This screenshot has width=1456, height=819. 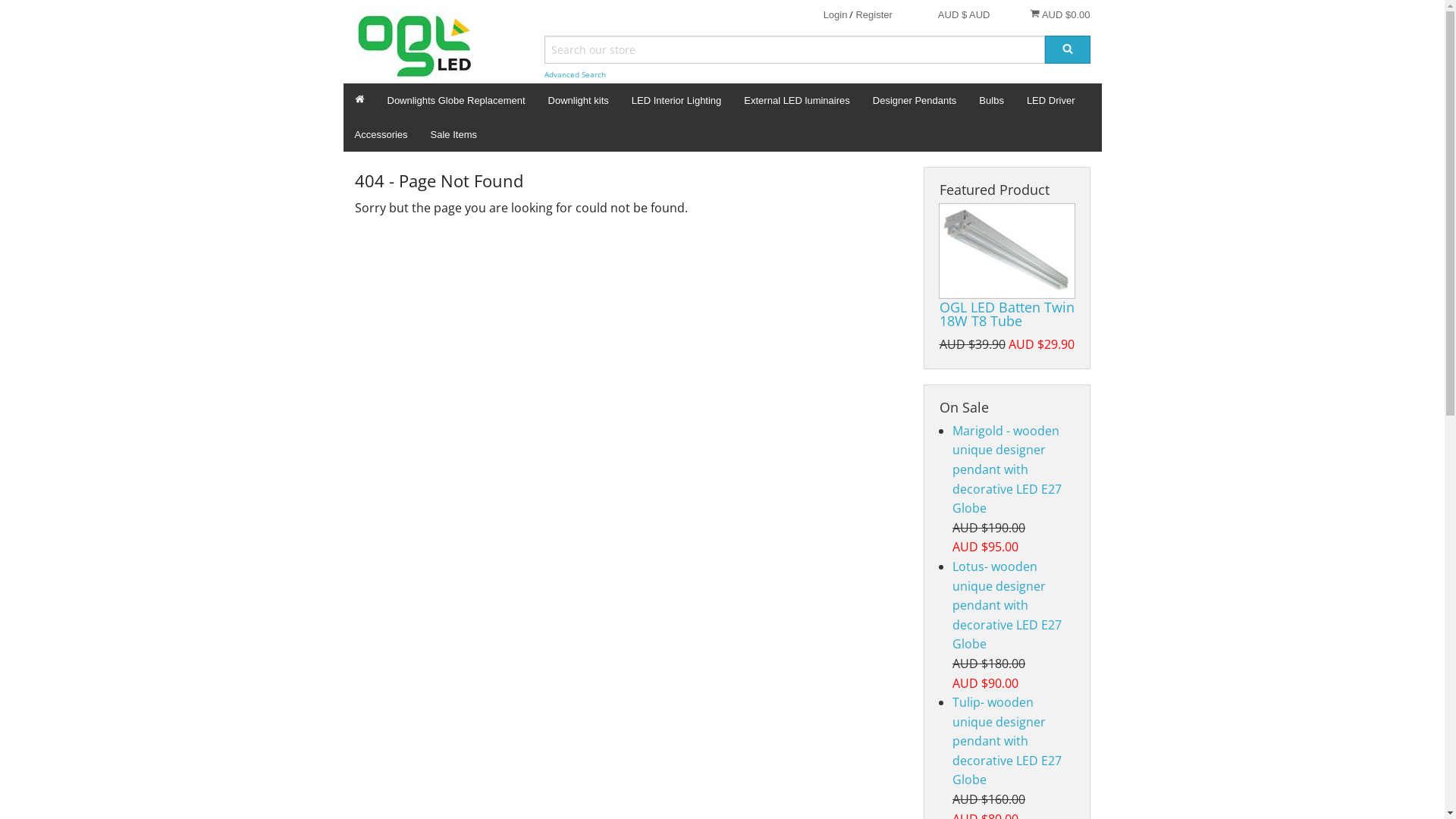 I want to click on 'Downlight kits', so click(x=537, y=100).